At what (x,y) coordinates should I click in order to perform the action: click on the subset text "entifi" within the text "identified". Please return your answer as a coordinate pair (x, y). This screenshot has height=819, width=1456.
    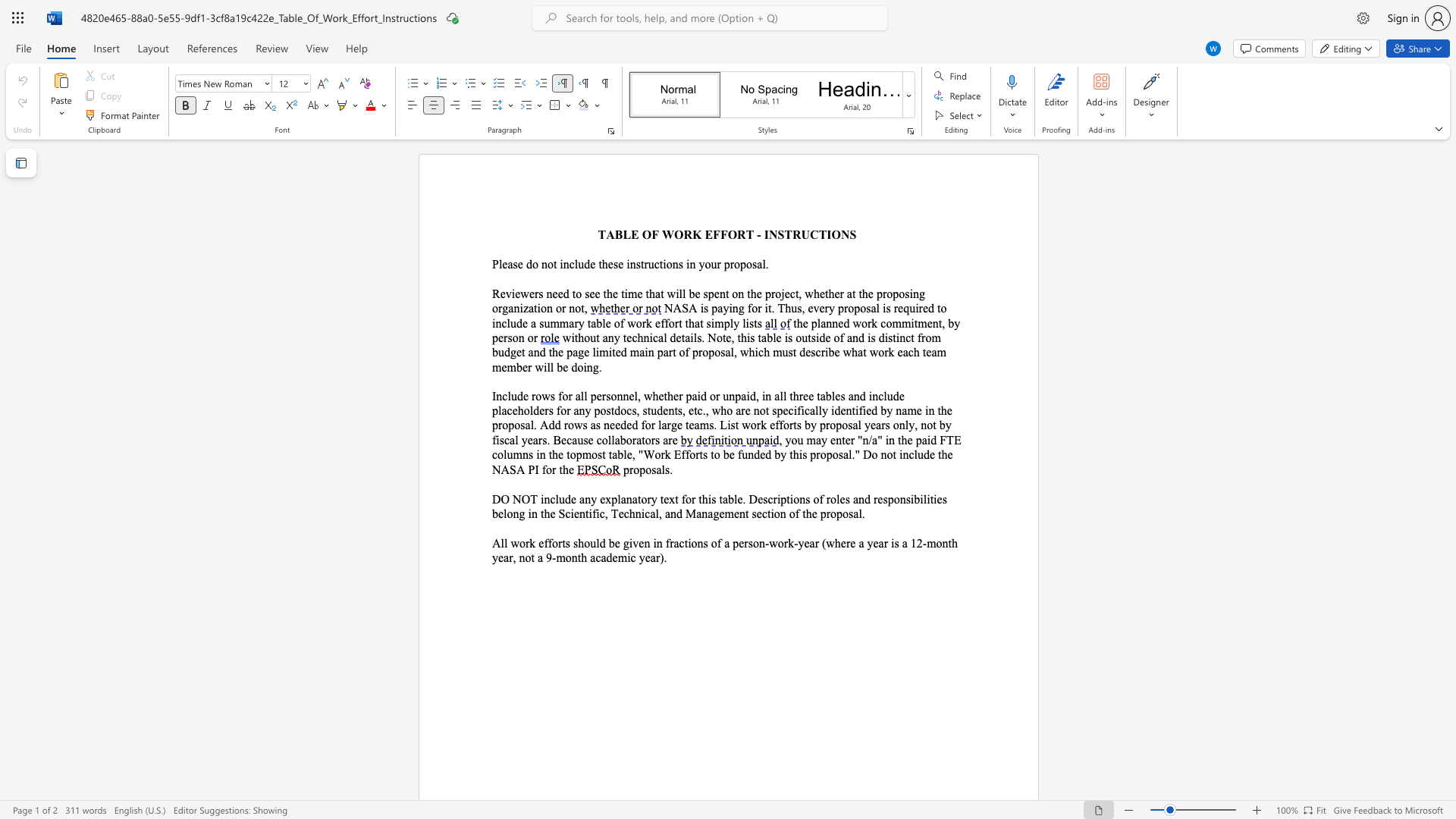
    Looking at the image, I should click on (839, 410).